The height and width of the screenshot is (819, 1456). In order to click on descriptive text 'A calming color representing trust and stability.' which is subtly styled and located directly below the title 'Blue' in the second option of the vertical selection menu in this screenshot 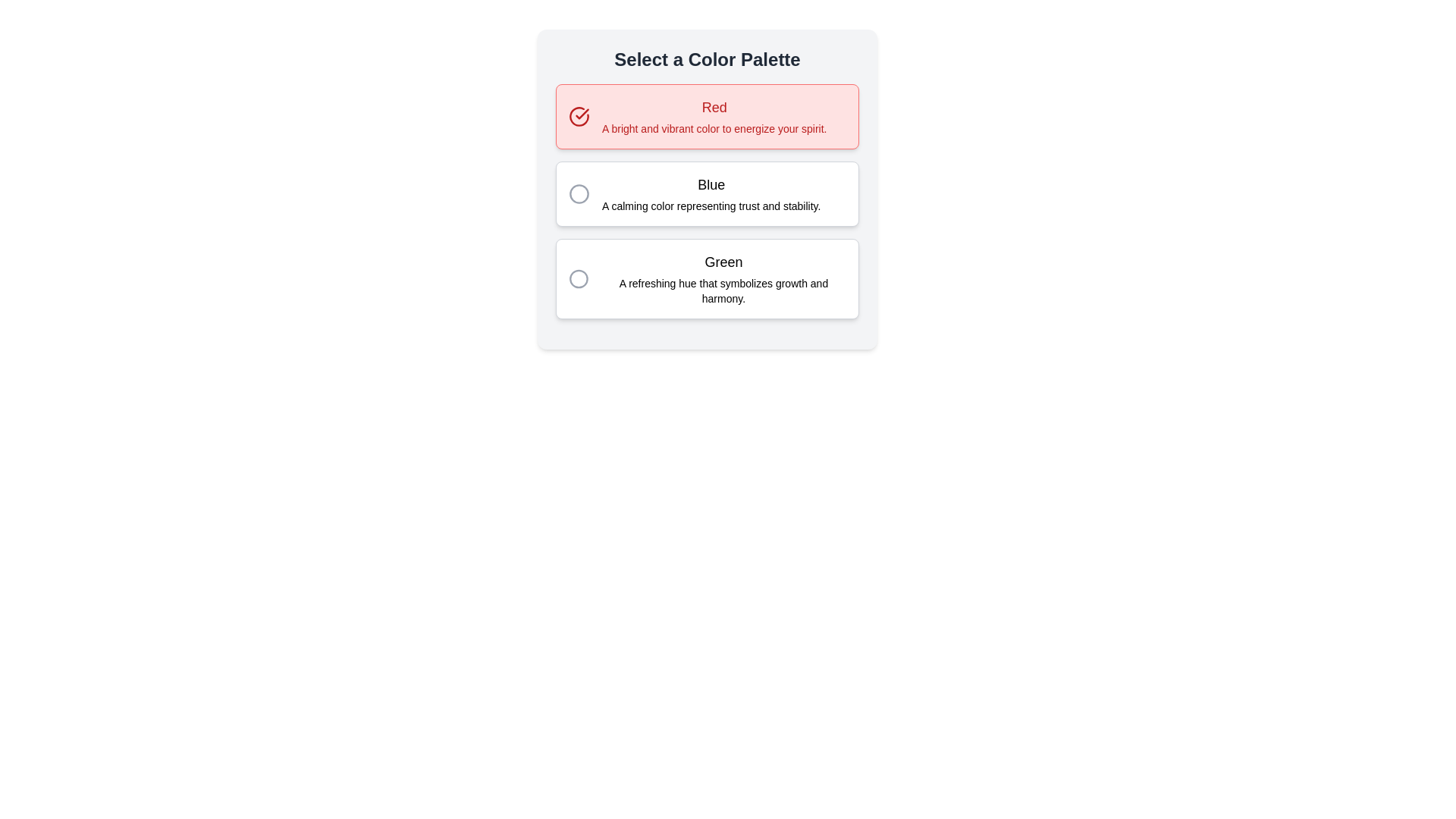, I will do `click(711, 206)`.